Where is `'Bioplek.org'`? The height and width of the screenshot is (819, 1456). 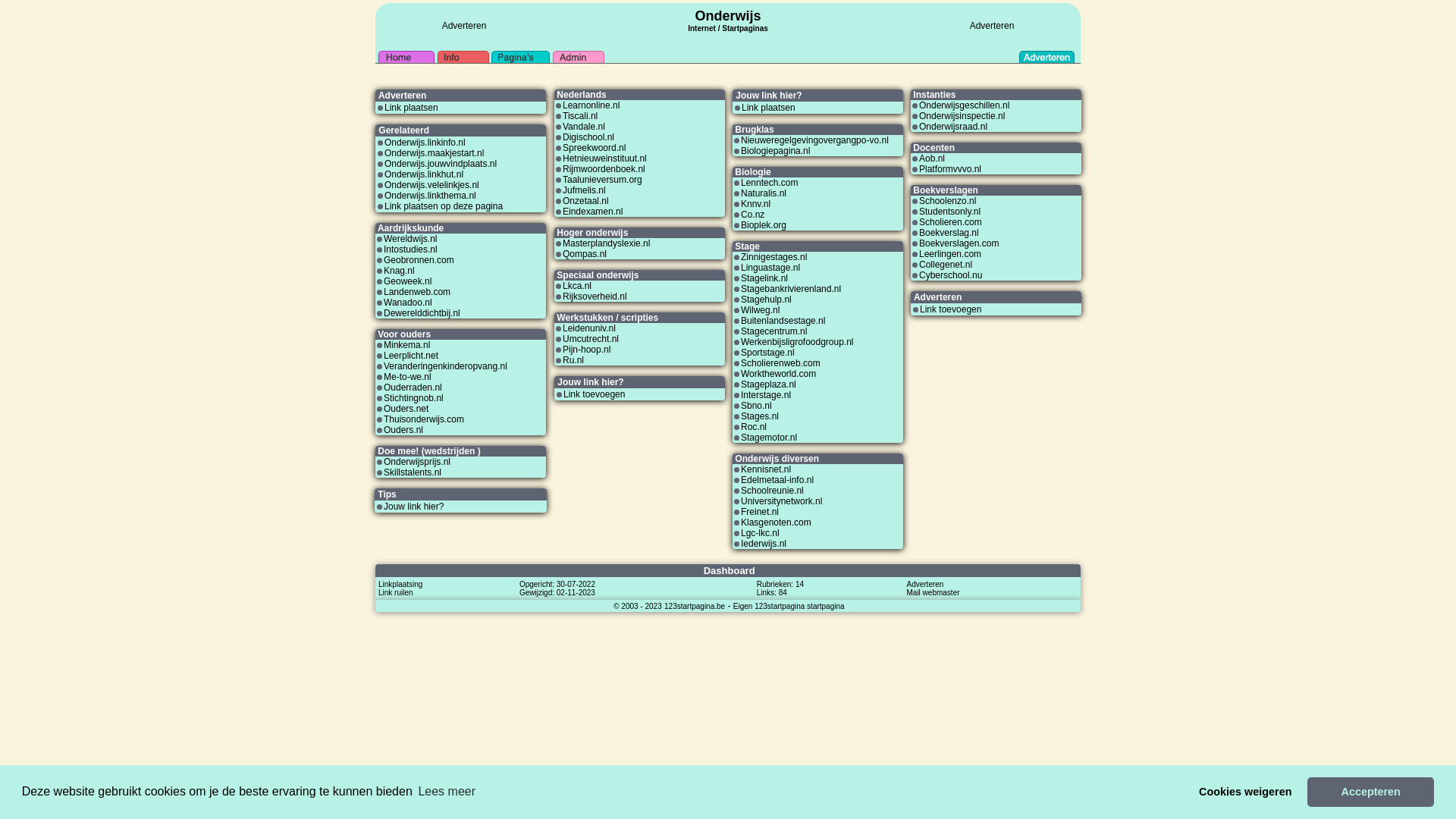 'Bioplek.org' is located at coordinates (764, 225).